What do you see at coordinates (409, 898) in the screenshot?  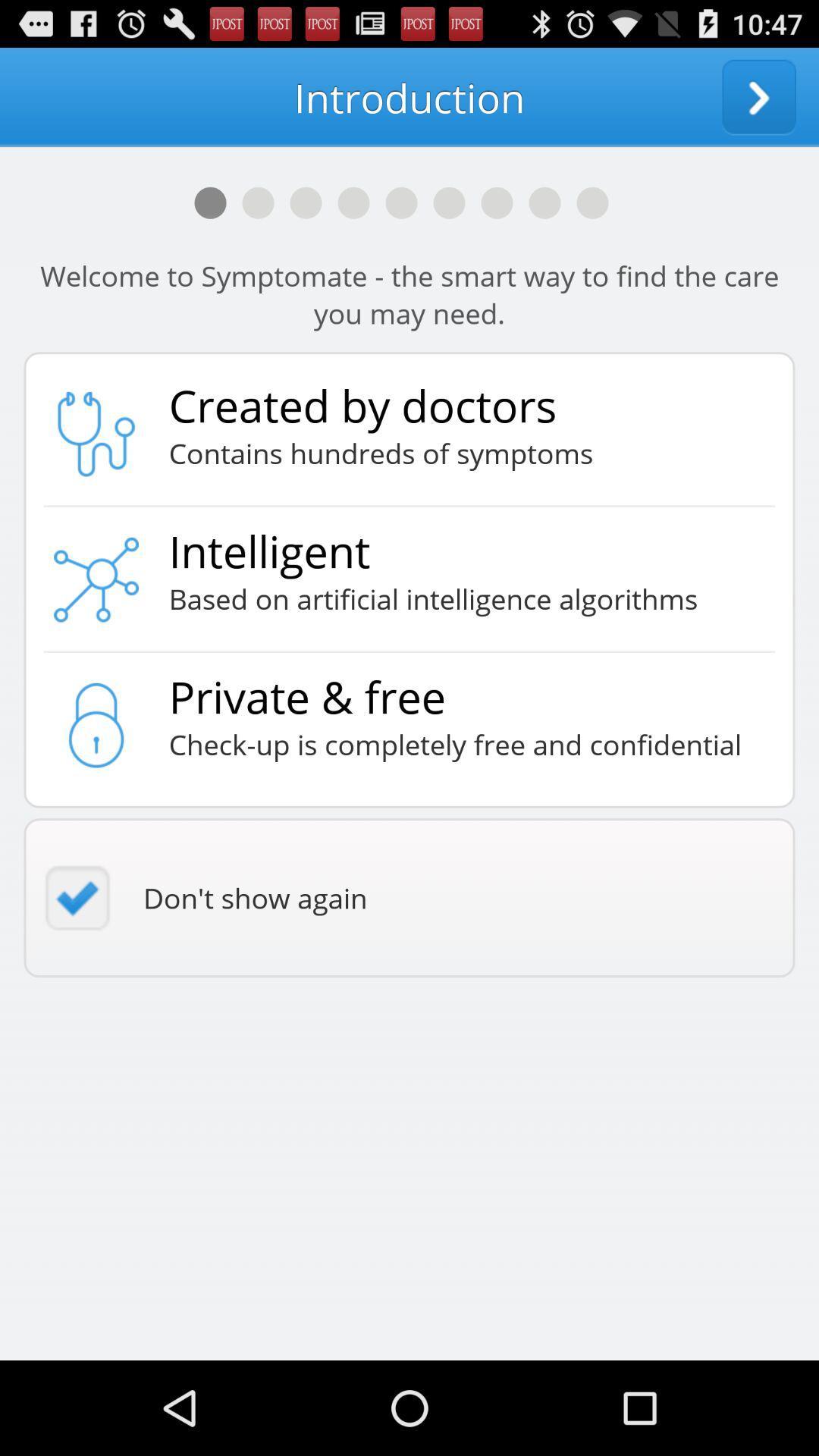 I see `the don t show icon` at bounding box center [409, 898].